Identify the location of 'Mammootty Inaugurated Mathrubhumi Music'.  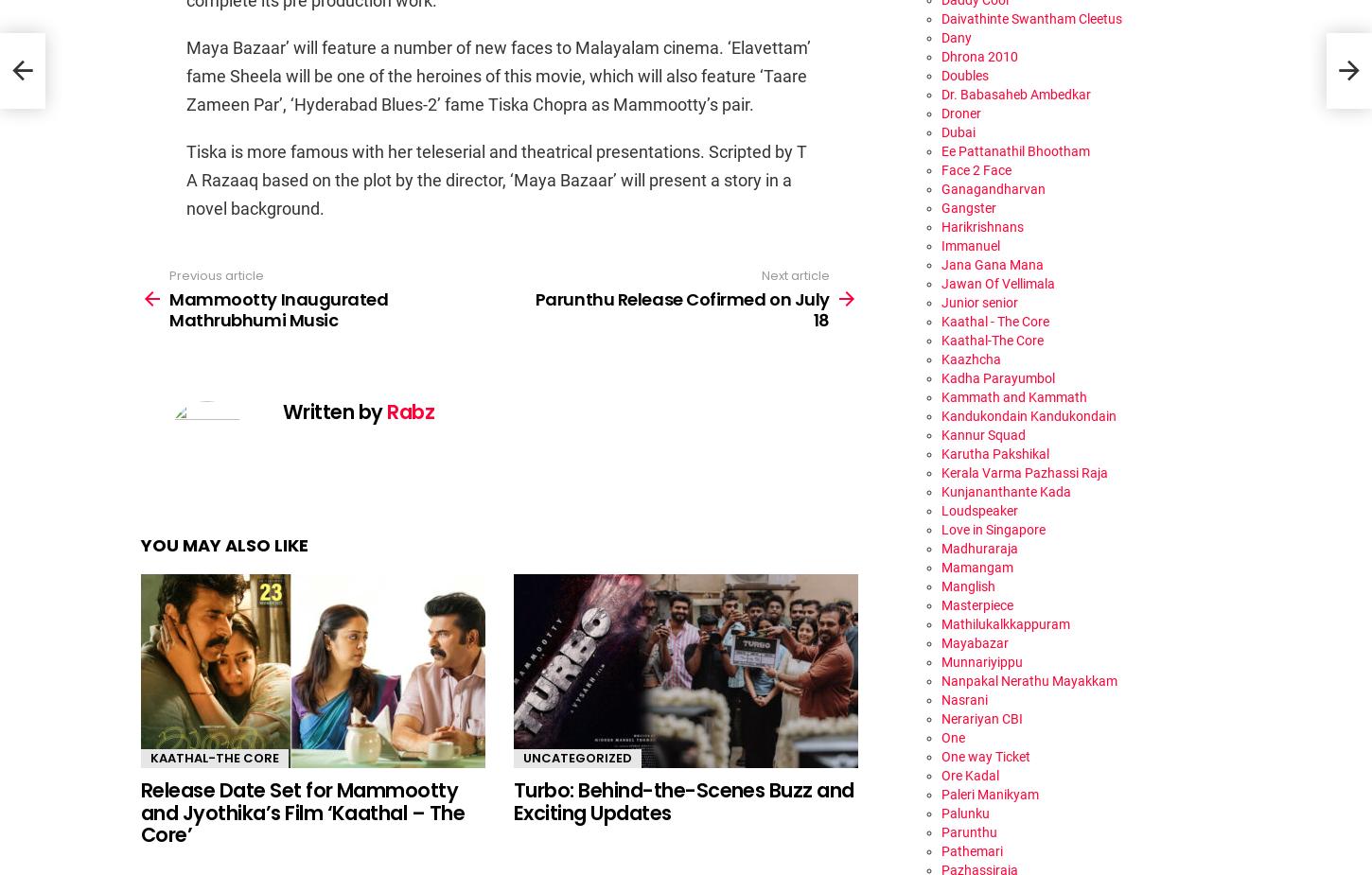
(278, 307).